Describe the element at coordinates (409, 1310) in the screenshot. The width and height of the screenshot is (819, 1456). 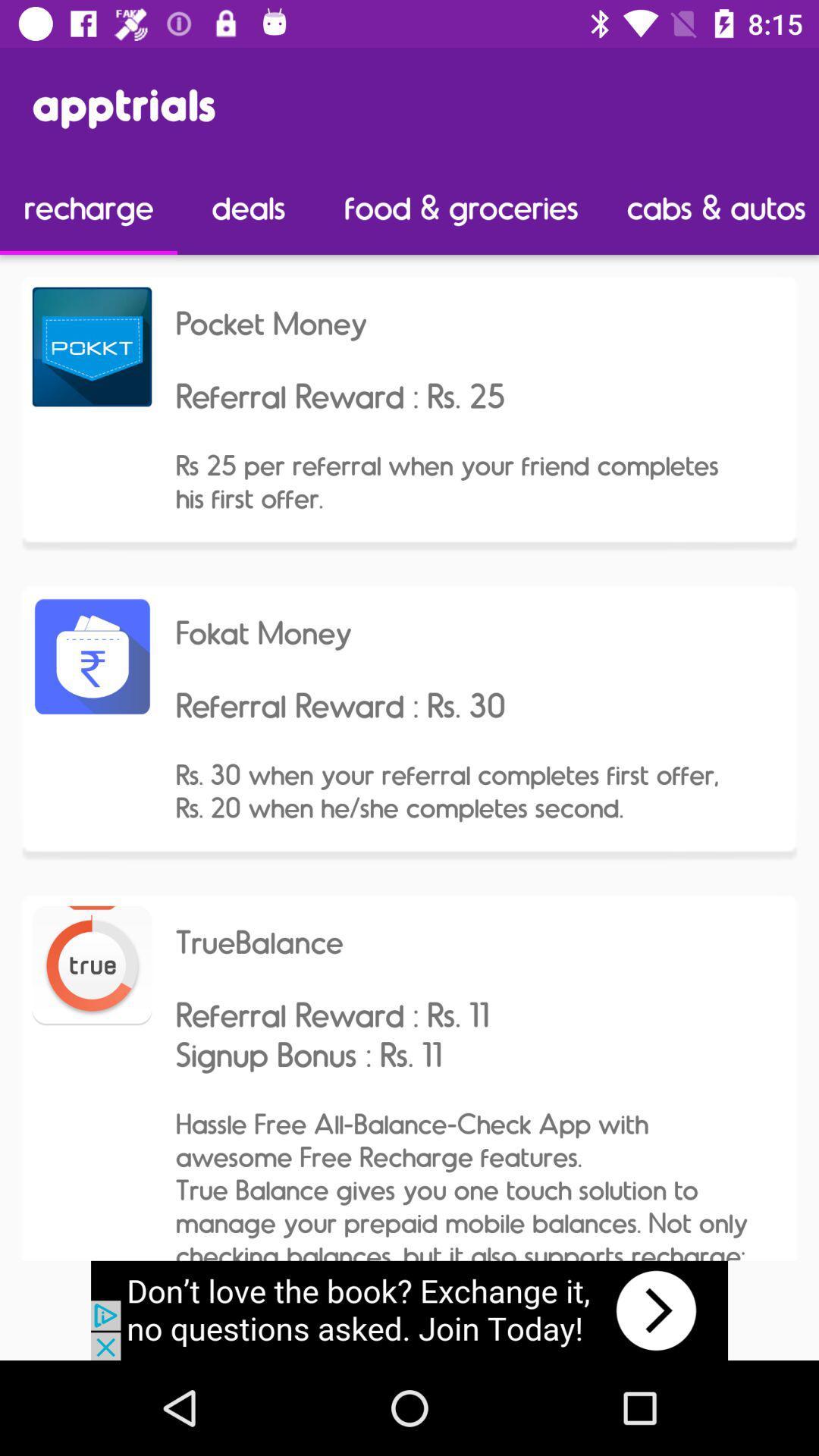
I see `advertisement box` at that location.